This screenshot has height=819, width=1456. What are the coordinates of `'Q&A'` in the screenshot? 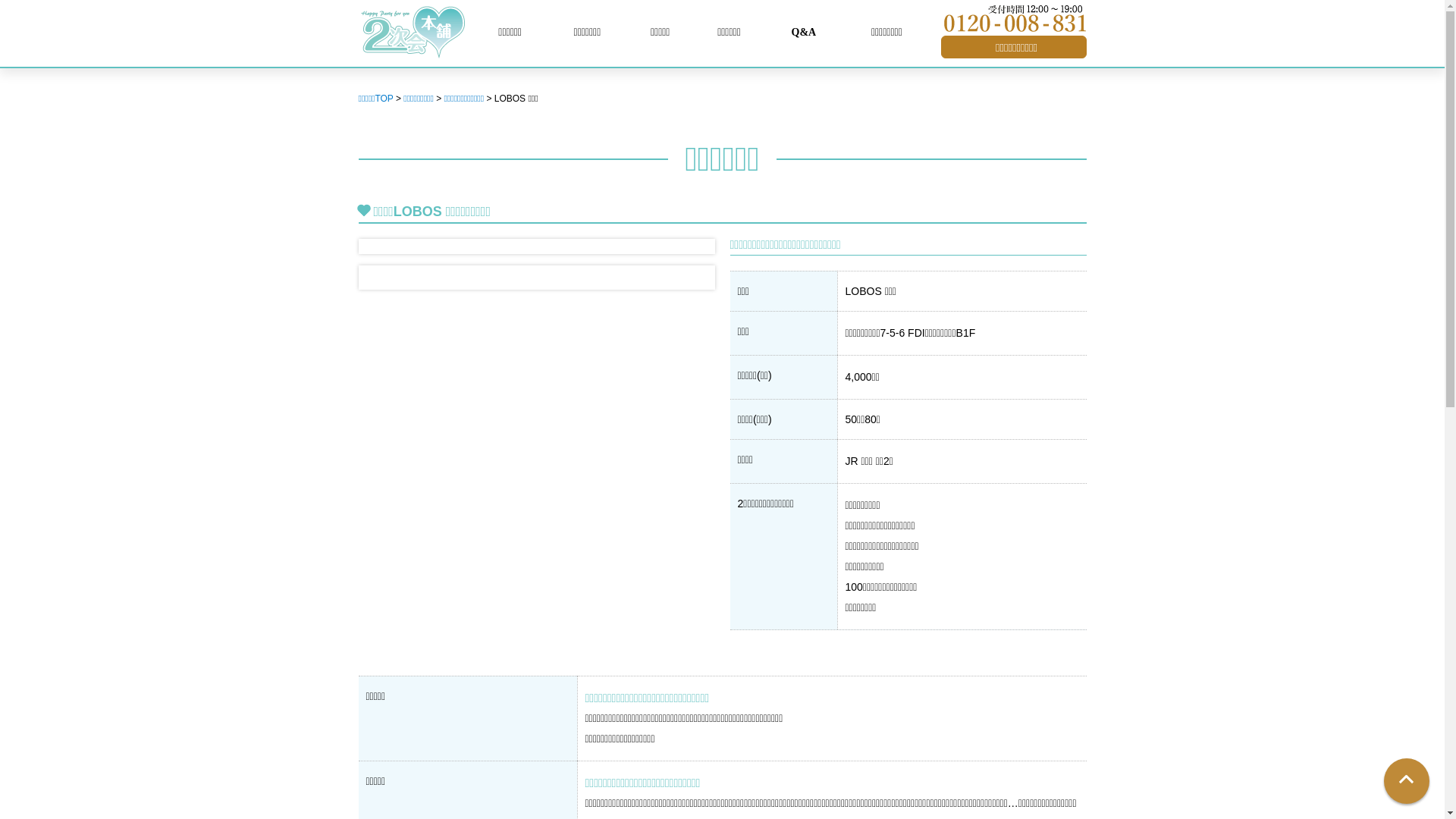 It's located at (803, 32).